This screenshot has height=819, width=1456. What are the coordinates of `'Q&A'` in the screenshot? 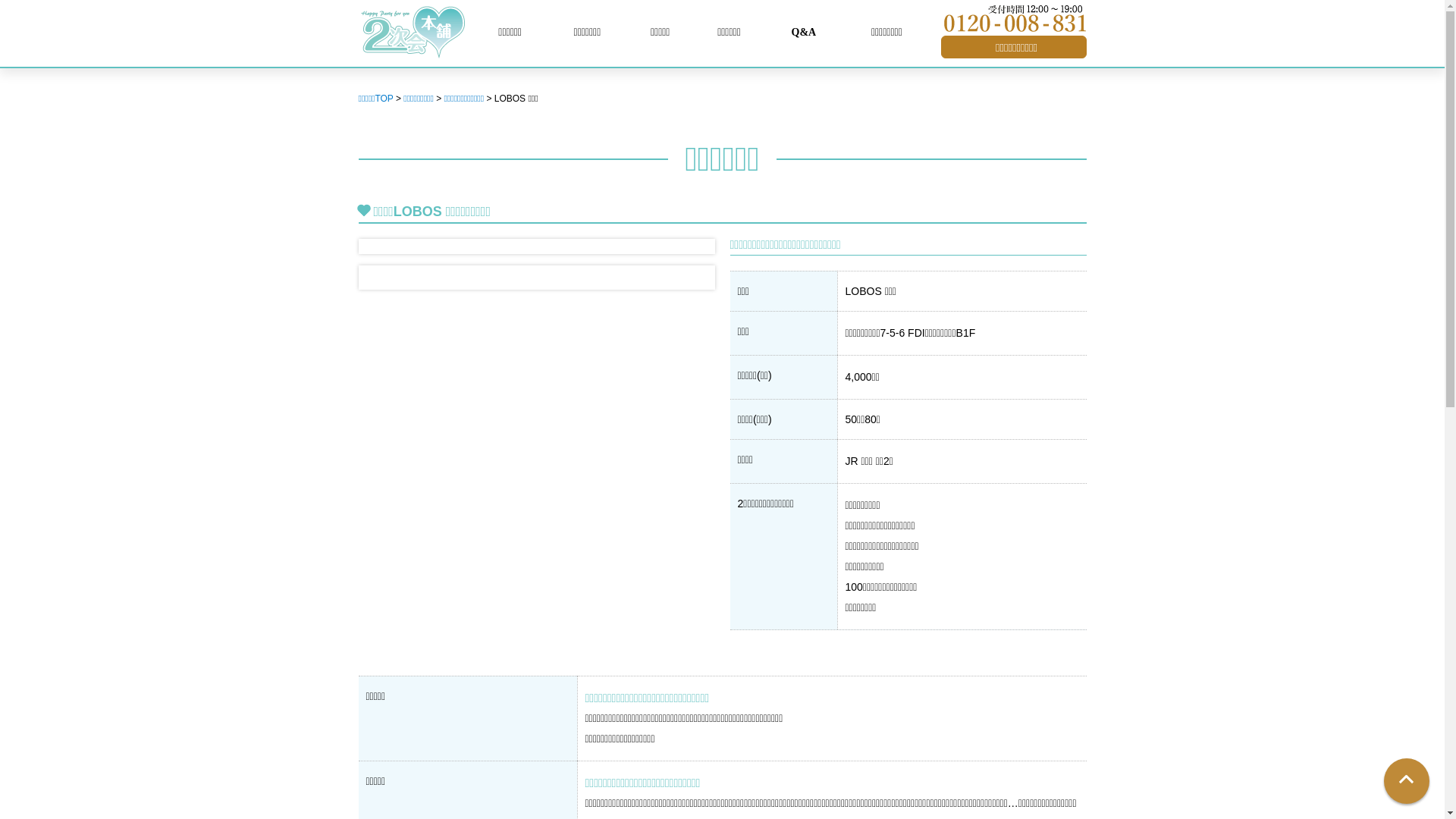 It's located at (803, 32).